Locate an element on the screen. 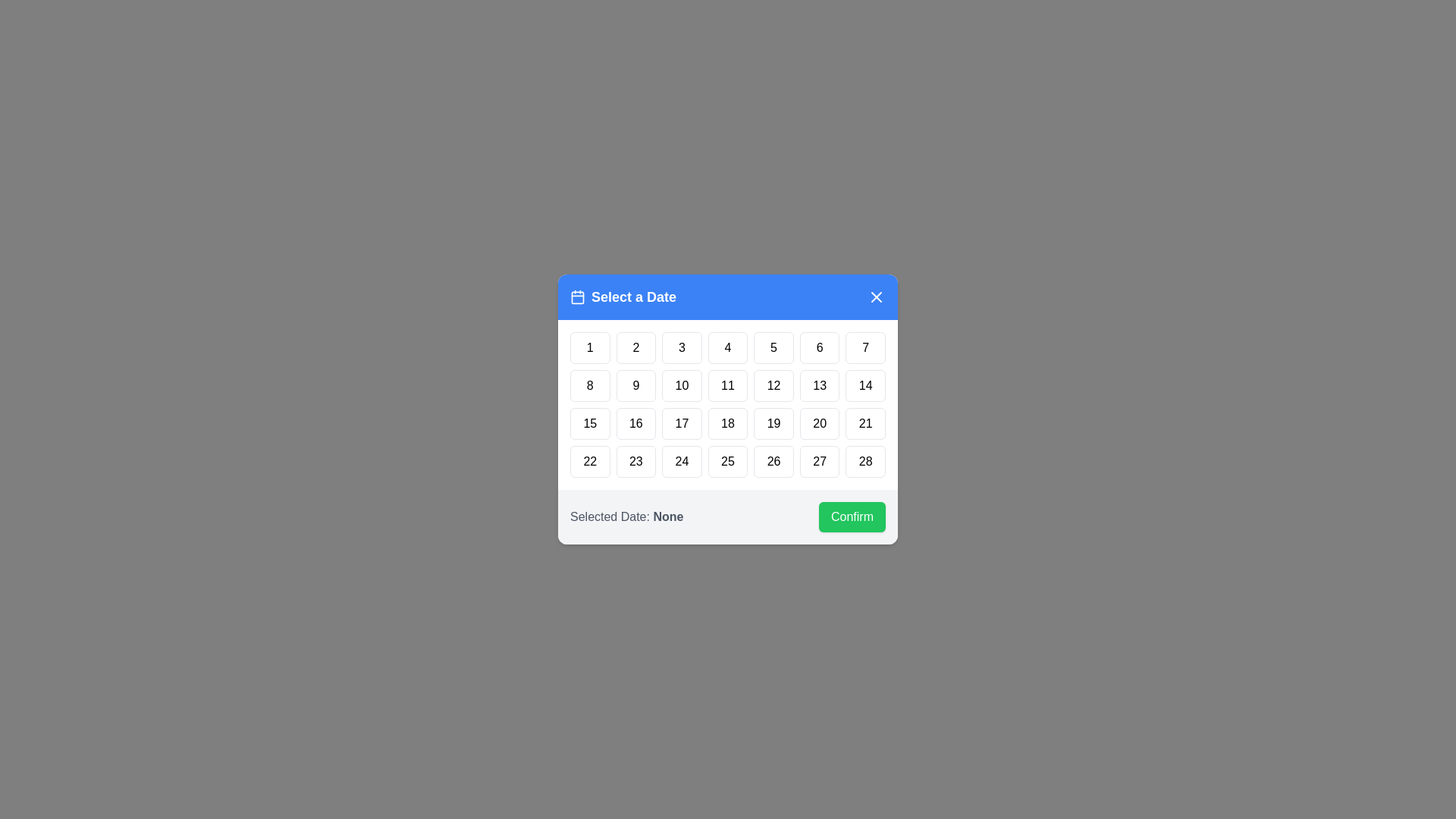 This screenshot has height=819, width=1456. the day button labeled 5 to highlight it is located at coordinates (774, 348).